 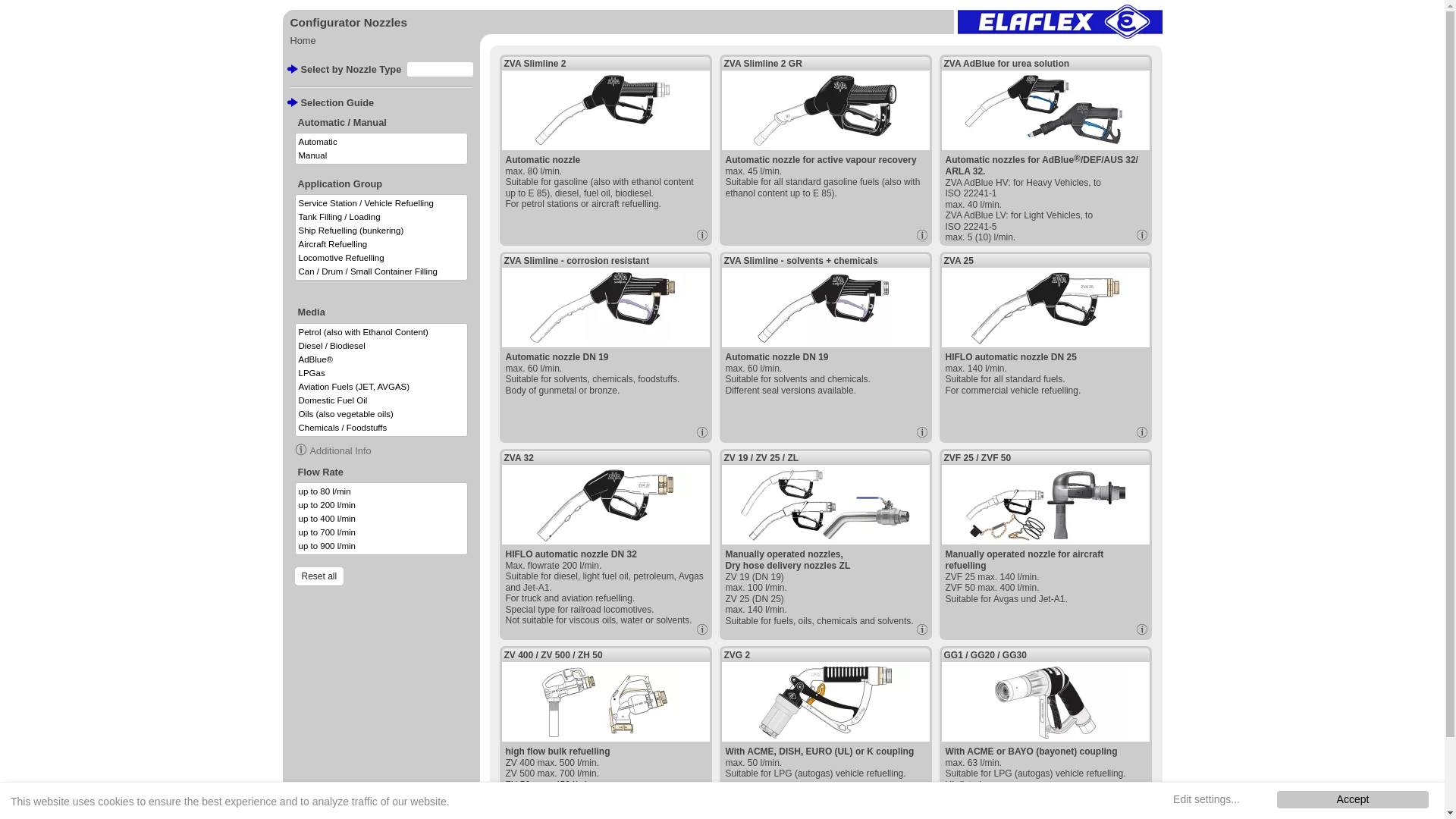 What do you see at coordinates (381, 202) in the screenshot?
I see `'Service Station / Vehicle Refuelling'` at bounding box center [381, 202].